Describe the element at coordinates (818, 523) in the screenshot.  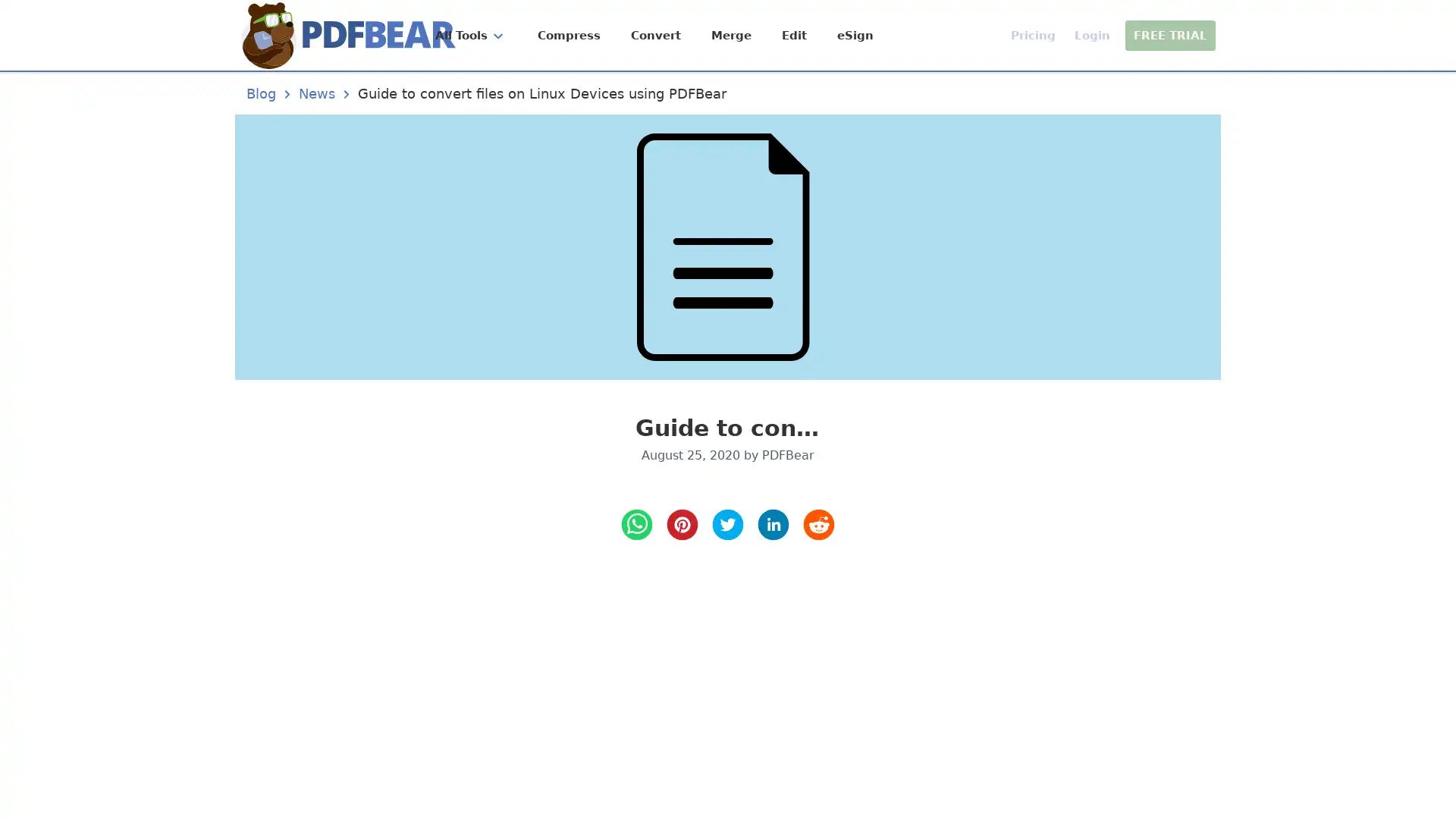
I see `reddit` at that location.